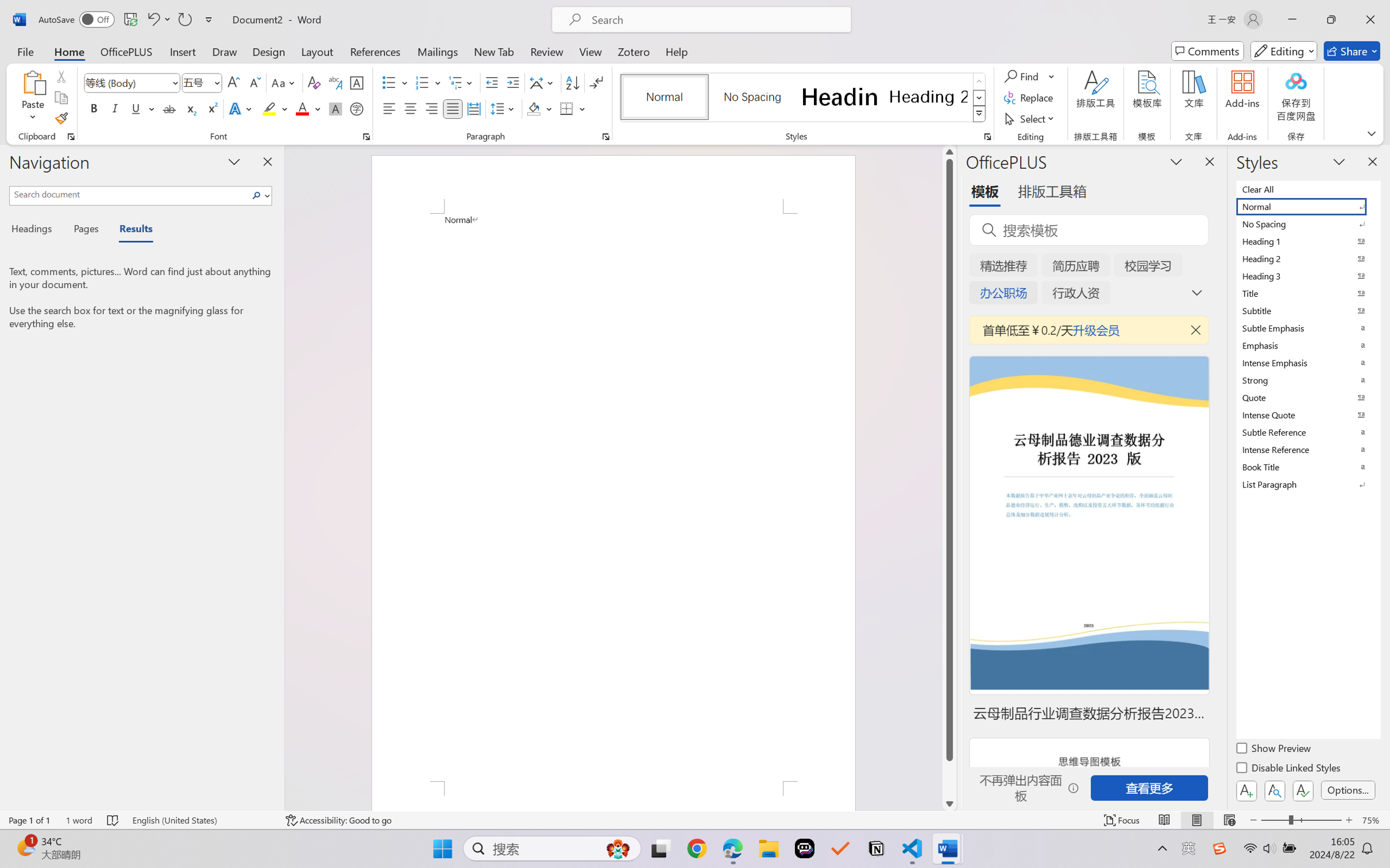 This screenshot has width=1390, height=868. What do you see at coordinates (1274, 820) in the screenshot?
I see `'Zoom Out'` at bounding box center [1274, 820].